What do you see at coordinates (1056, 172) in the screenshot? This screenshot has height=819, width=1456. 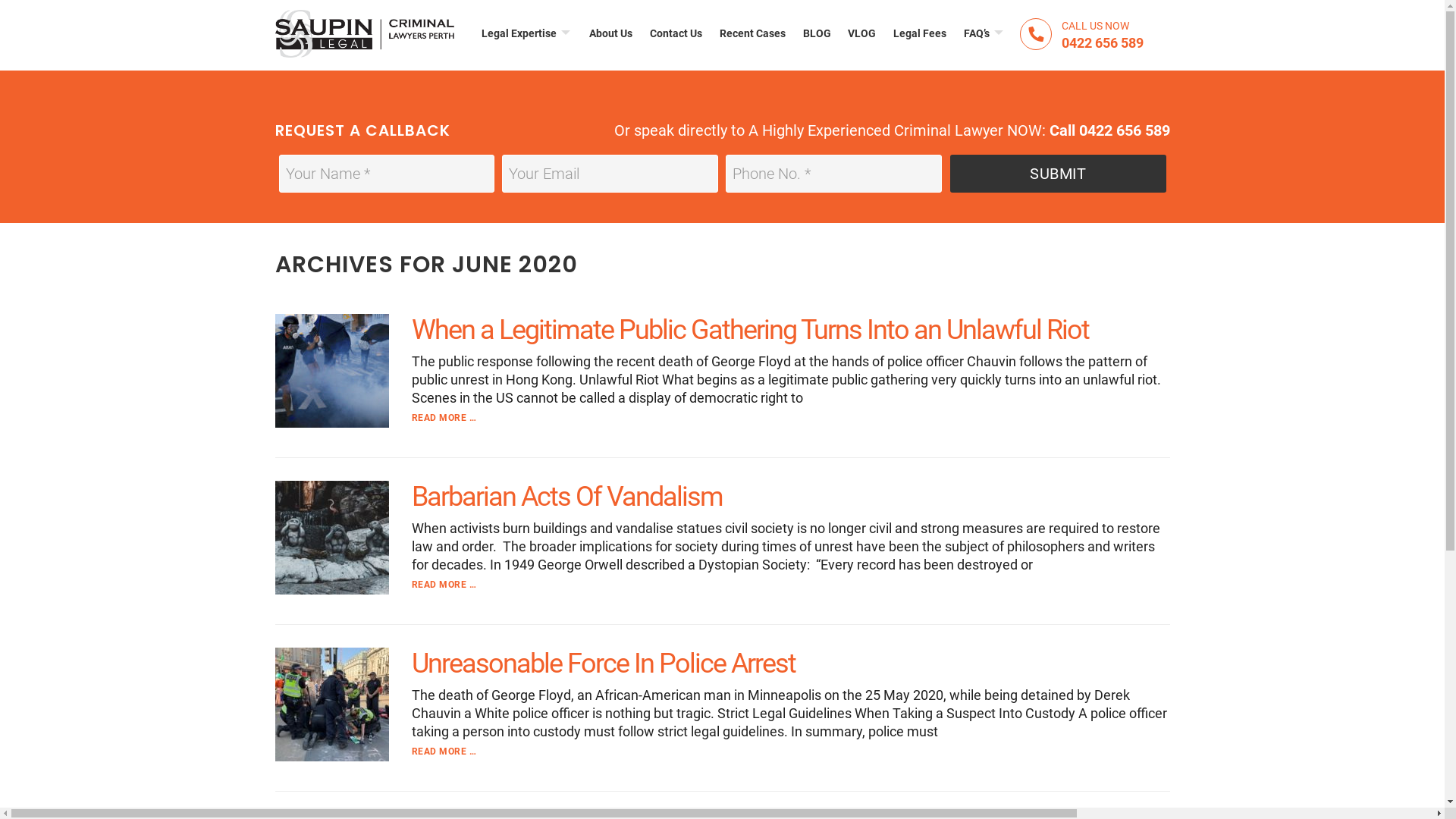 I see `'Submit'` at bounding box center [1056, 172].